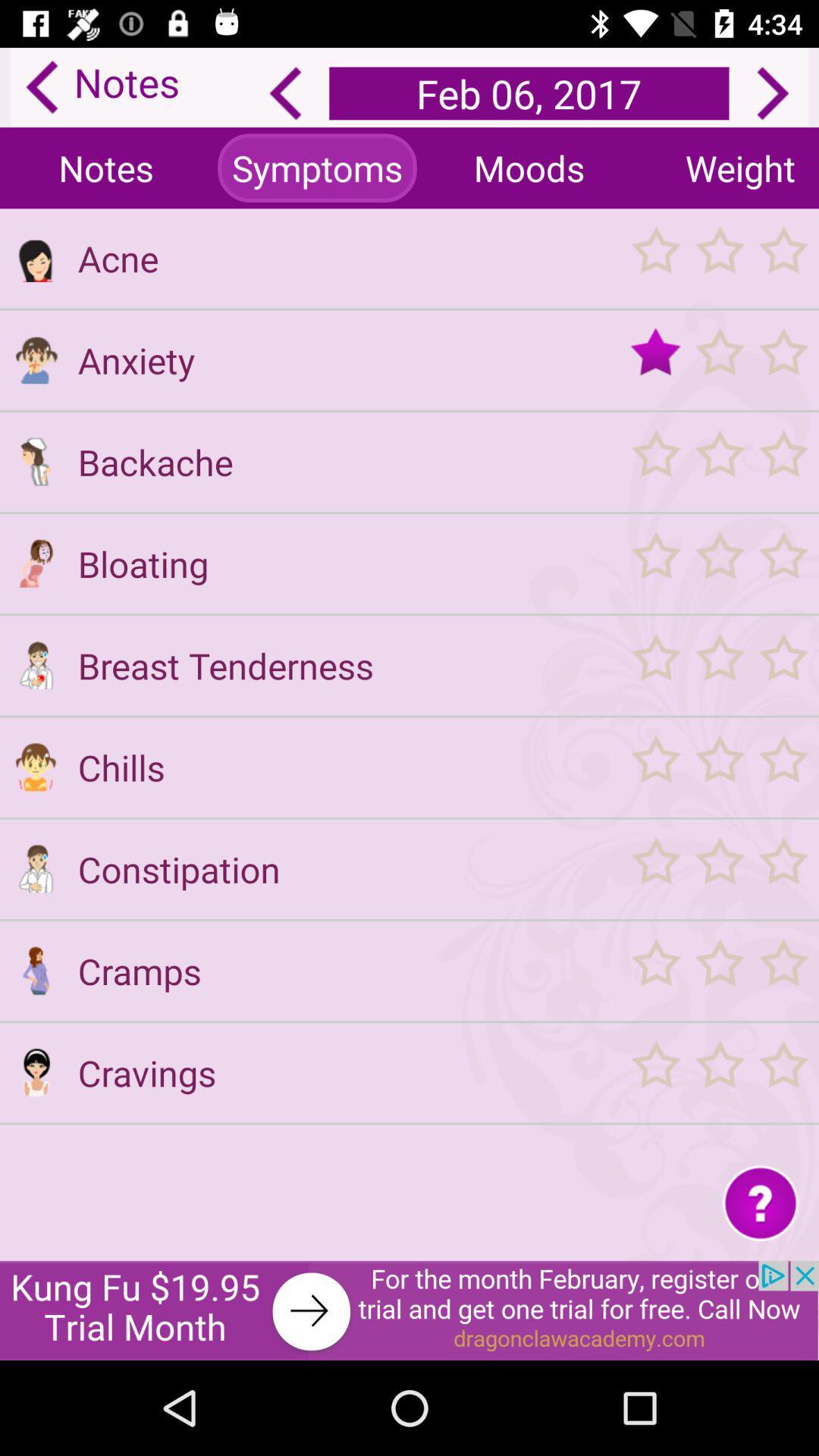 This screenshot has height=1456, width=819. Describe the element at coordinates (718, 767) in the screenshot. I see `menu button` at that location.